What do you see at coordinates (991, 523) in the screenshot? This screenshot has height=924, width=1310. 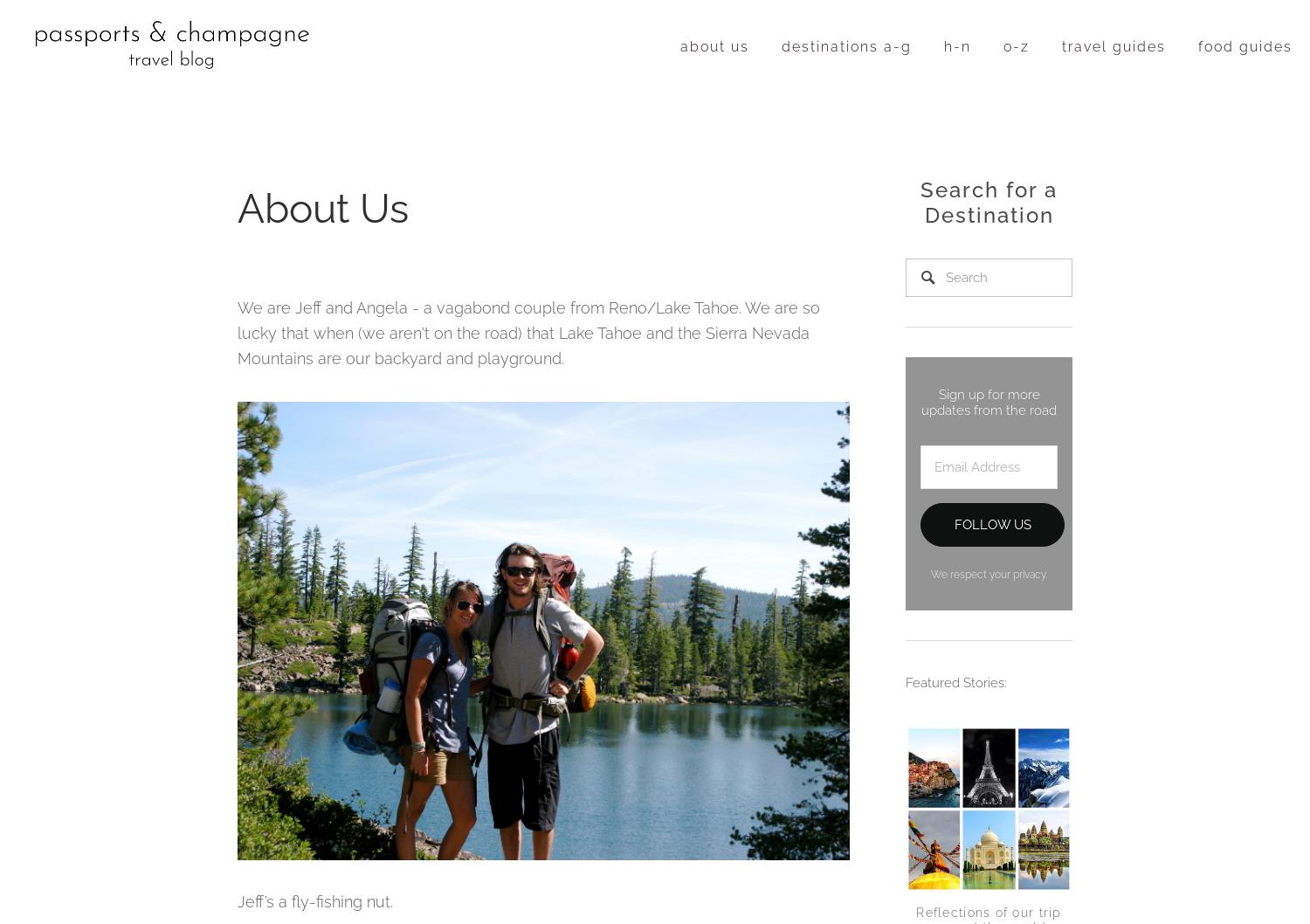 I see `'Follow Us'` at bounding box center [991, 523].